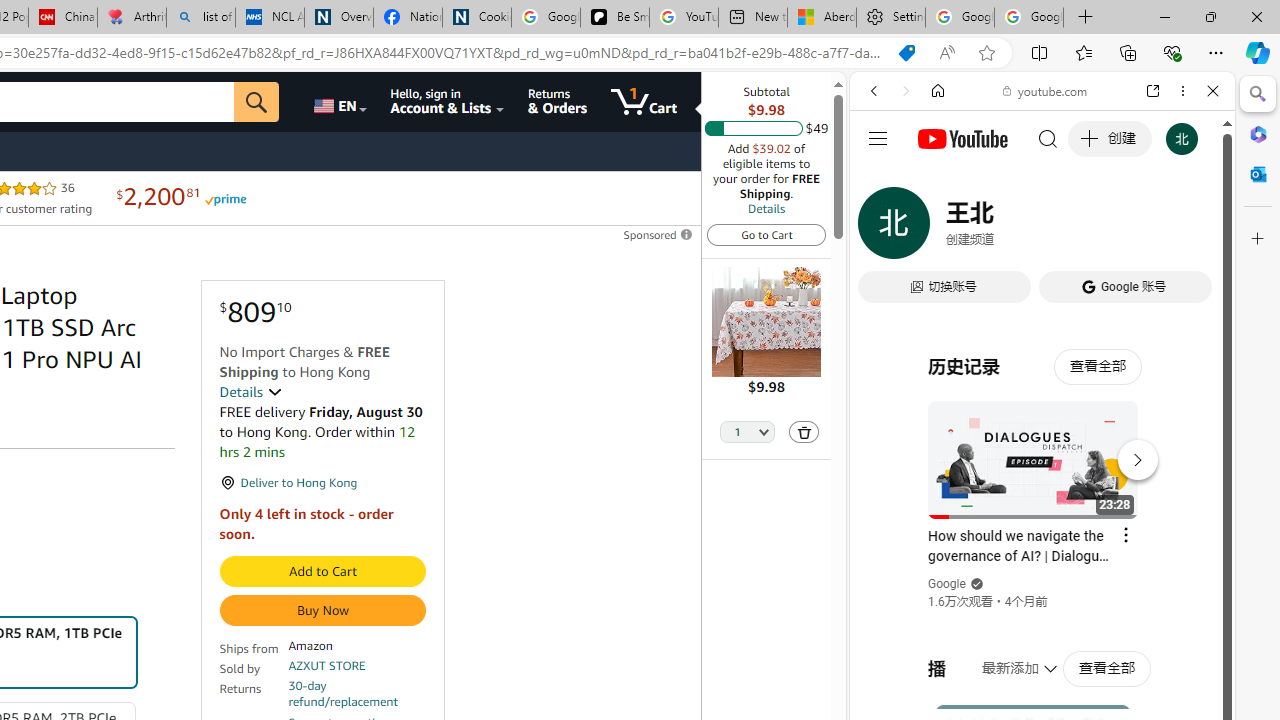 This screenshot has height=720, width=1280. Describe the element at coordinates (475, 17) in the screenshot. I see `'Cookies'` at that location.